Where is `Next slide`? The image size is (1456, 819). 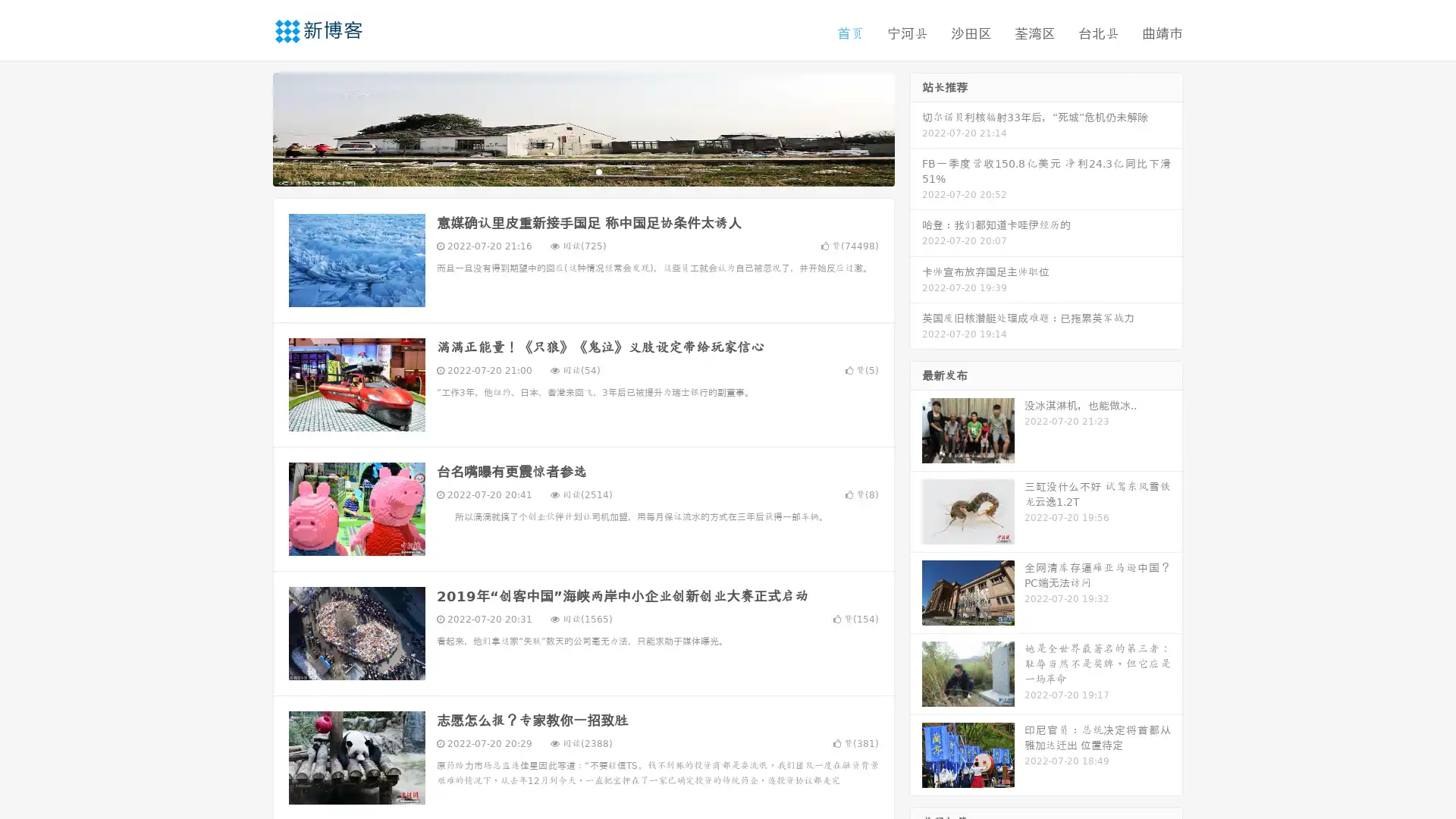
Next slide is located at coordinates (916, 127).